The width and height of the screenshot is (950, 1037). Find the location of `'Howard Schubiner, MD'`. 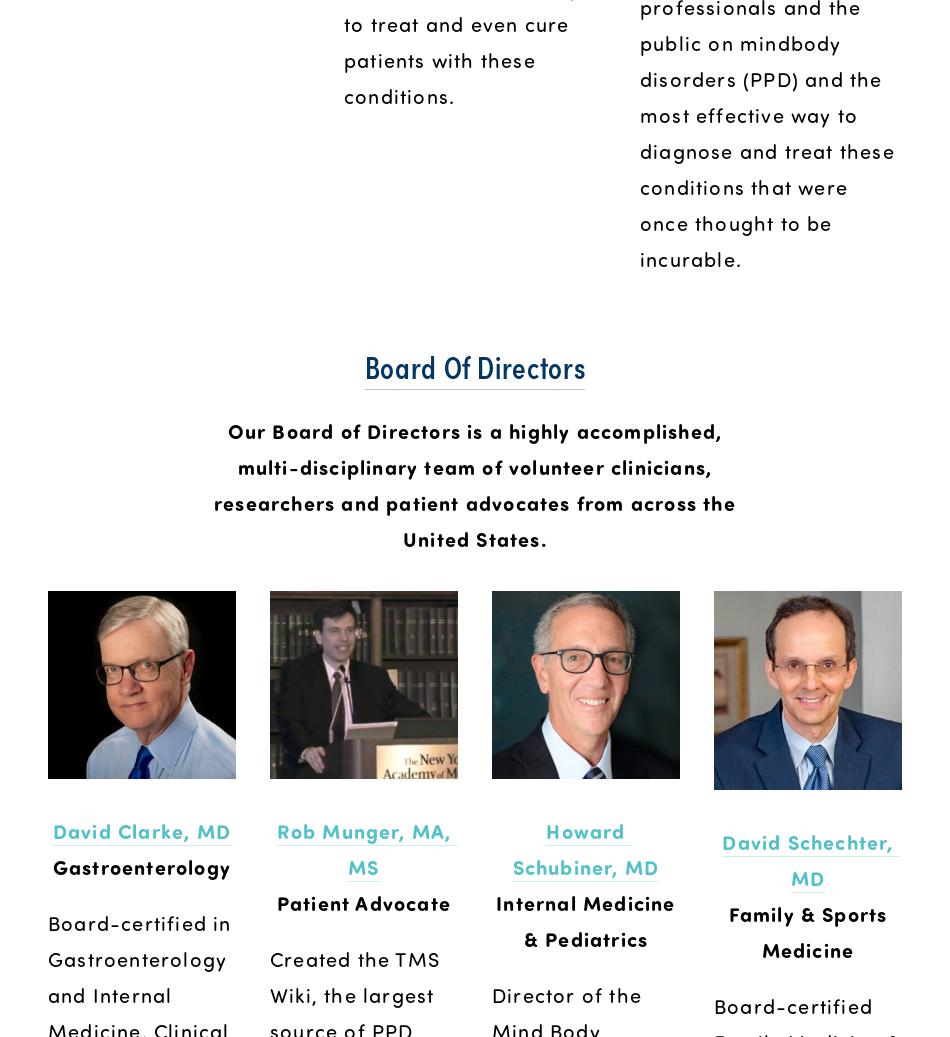

'Howard Schubiner, MD' is located at coordinates (585, 847).